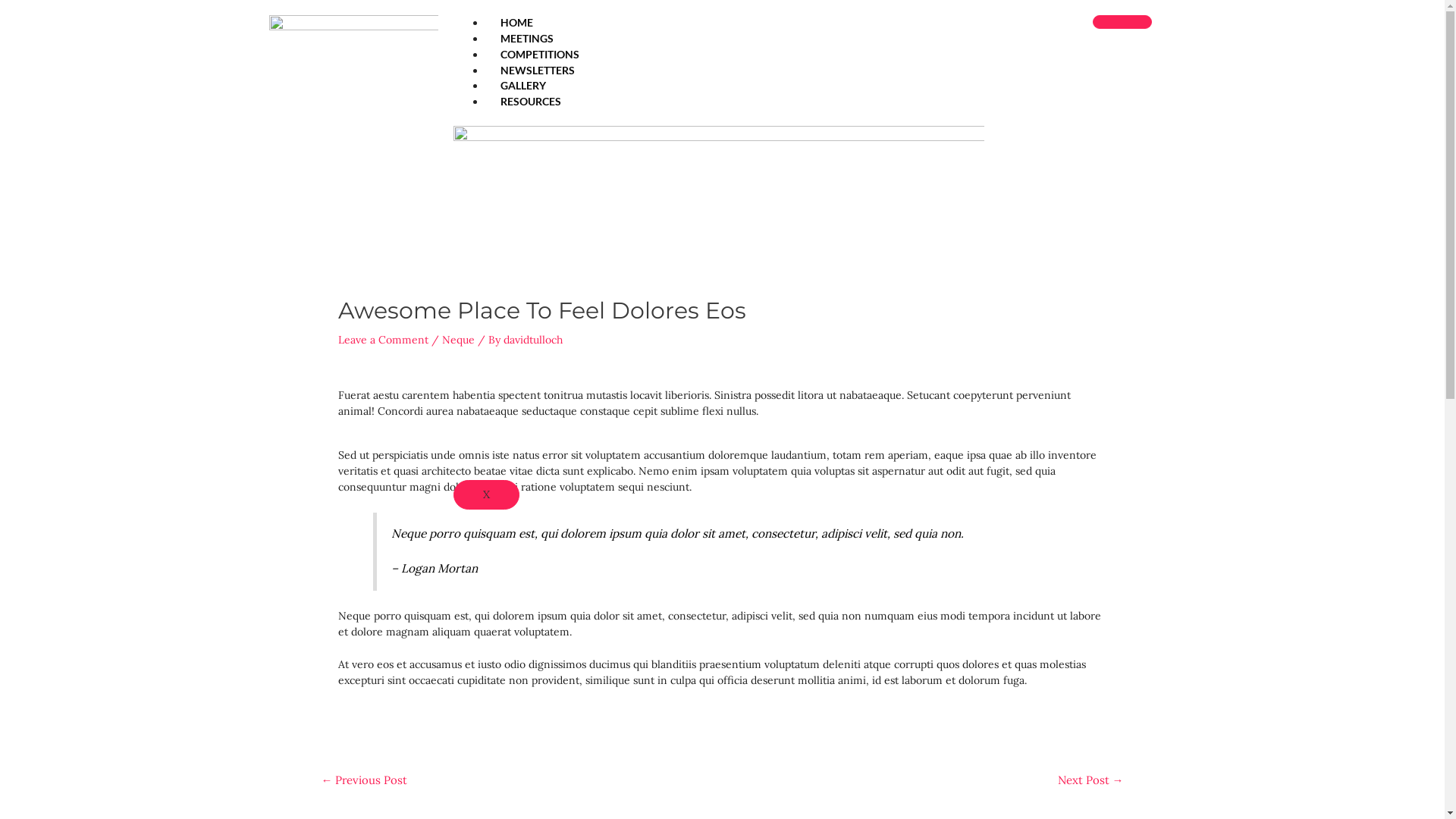  I want to click on 'davidtulloch', so click(532, 338).